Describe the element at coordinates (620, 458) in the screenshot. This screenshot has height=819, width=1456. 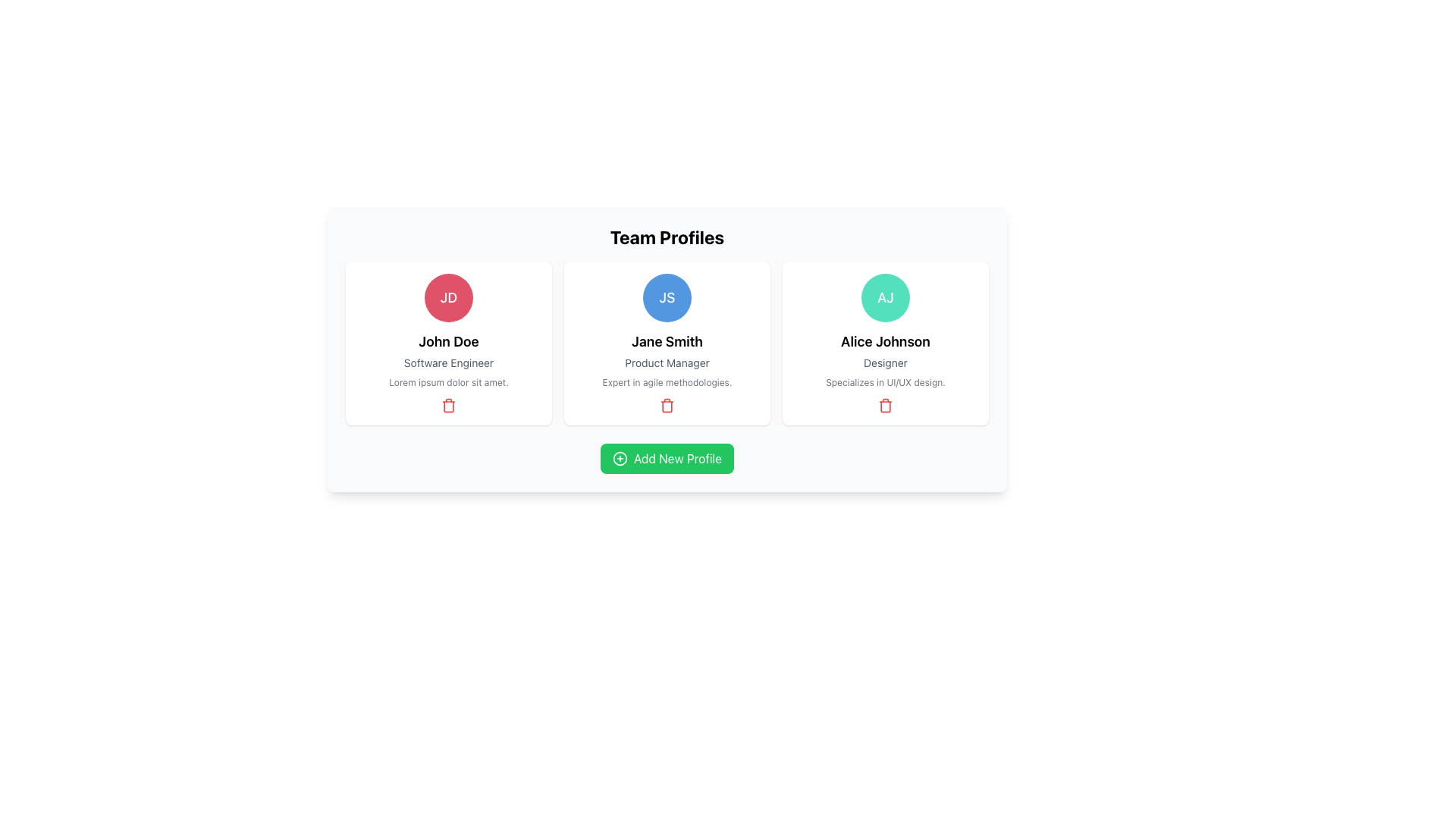
I see `the SVG Circle element located at the center of the 'Add New Profile' button, which is a bright green button with white text positioned beneath a row of profile cards` at that location.